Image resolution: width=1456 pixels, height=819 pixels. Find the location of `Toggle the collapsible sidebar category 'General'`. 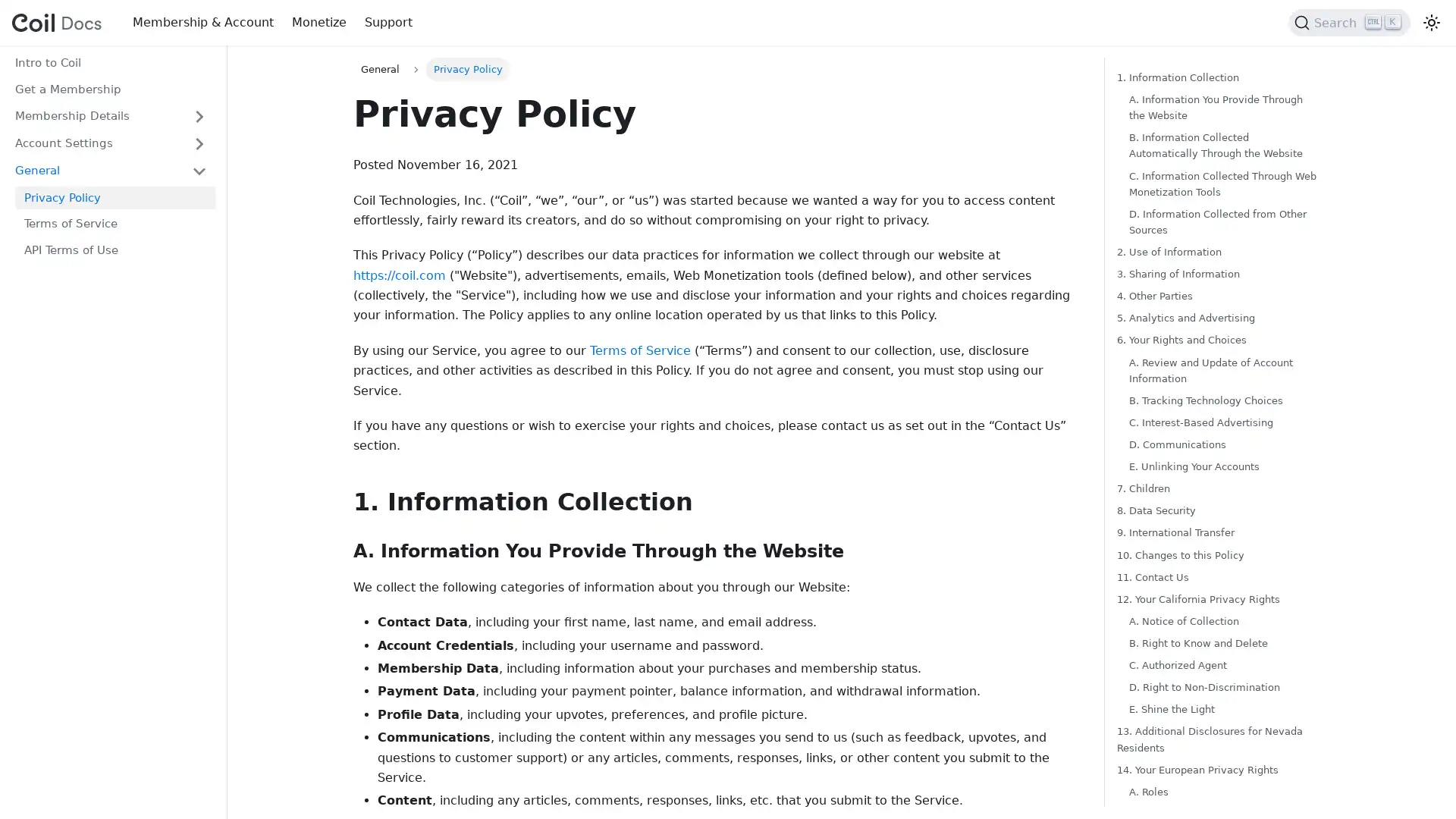

Toggle the collapsible sidebar category 'General' is located at coordinates (199, 170).